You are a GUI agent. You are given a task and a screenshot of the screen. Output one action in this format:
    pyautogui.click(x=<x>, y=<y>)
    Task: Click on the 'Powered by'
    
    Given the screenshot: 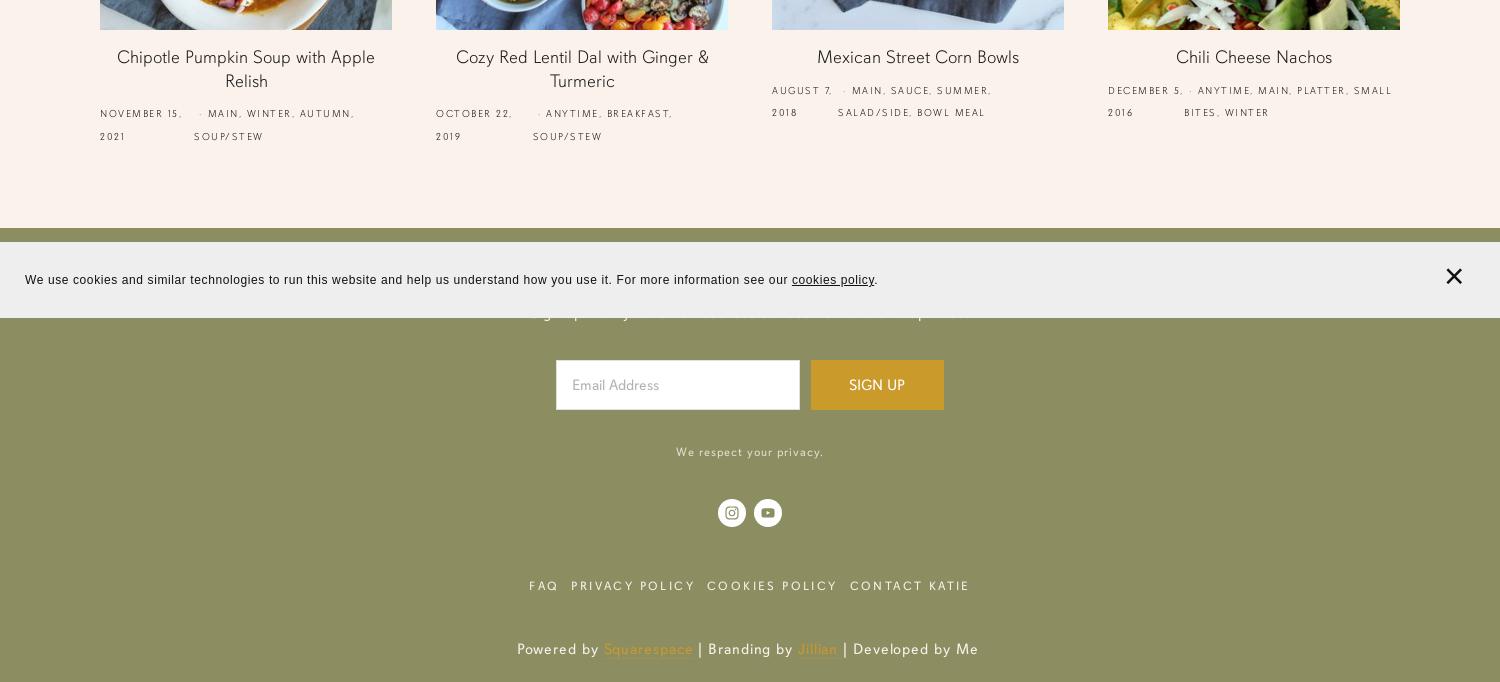 What is the action you would take?
    pyautogui.click(x=559, y=646)
    